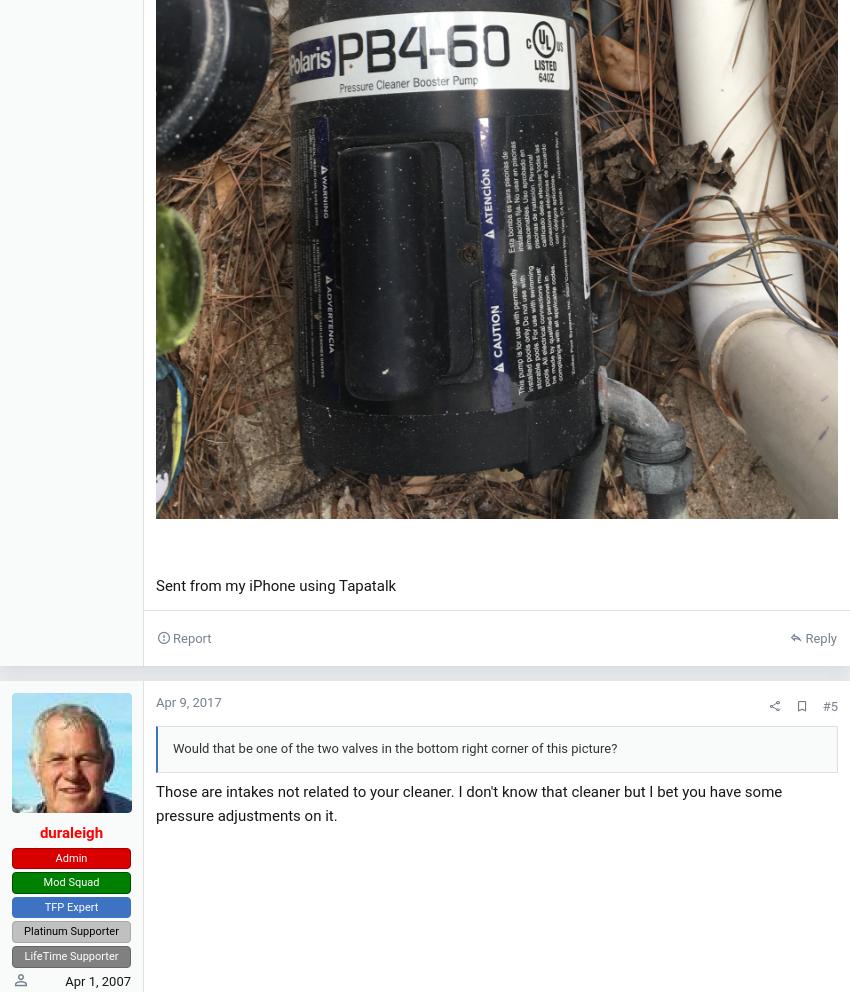 The height and width of the screenshot is (992, 850). I want to click on 'Platinum Supporter', so click(70, 930).